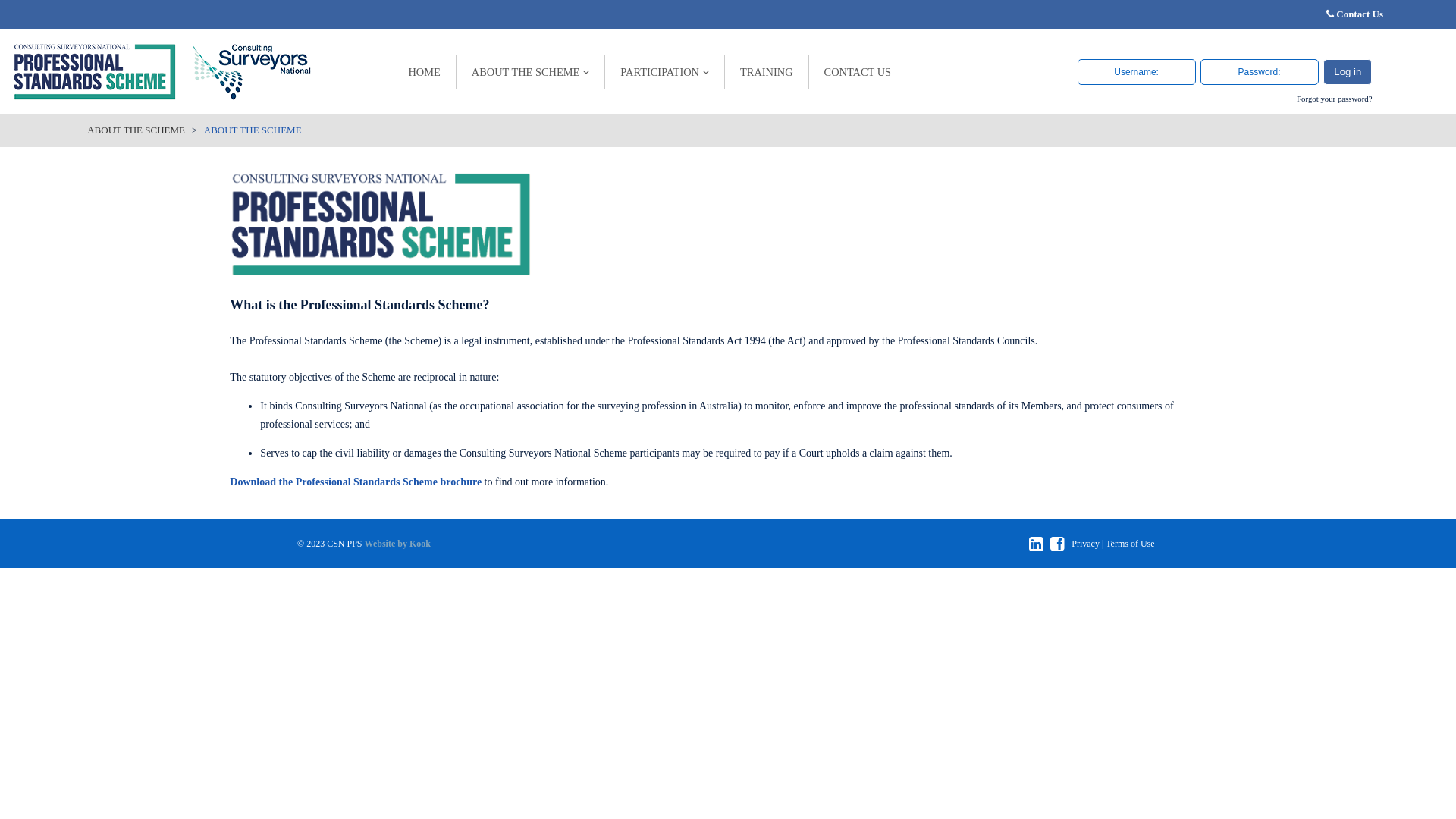  I want to click on 'TRAINING', so click(767, 72).